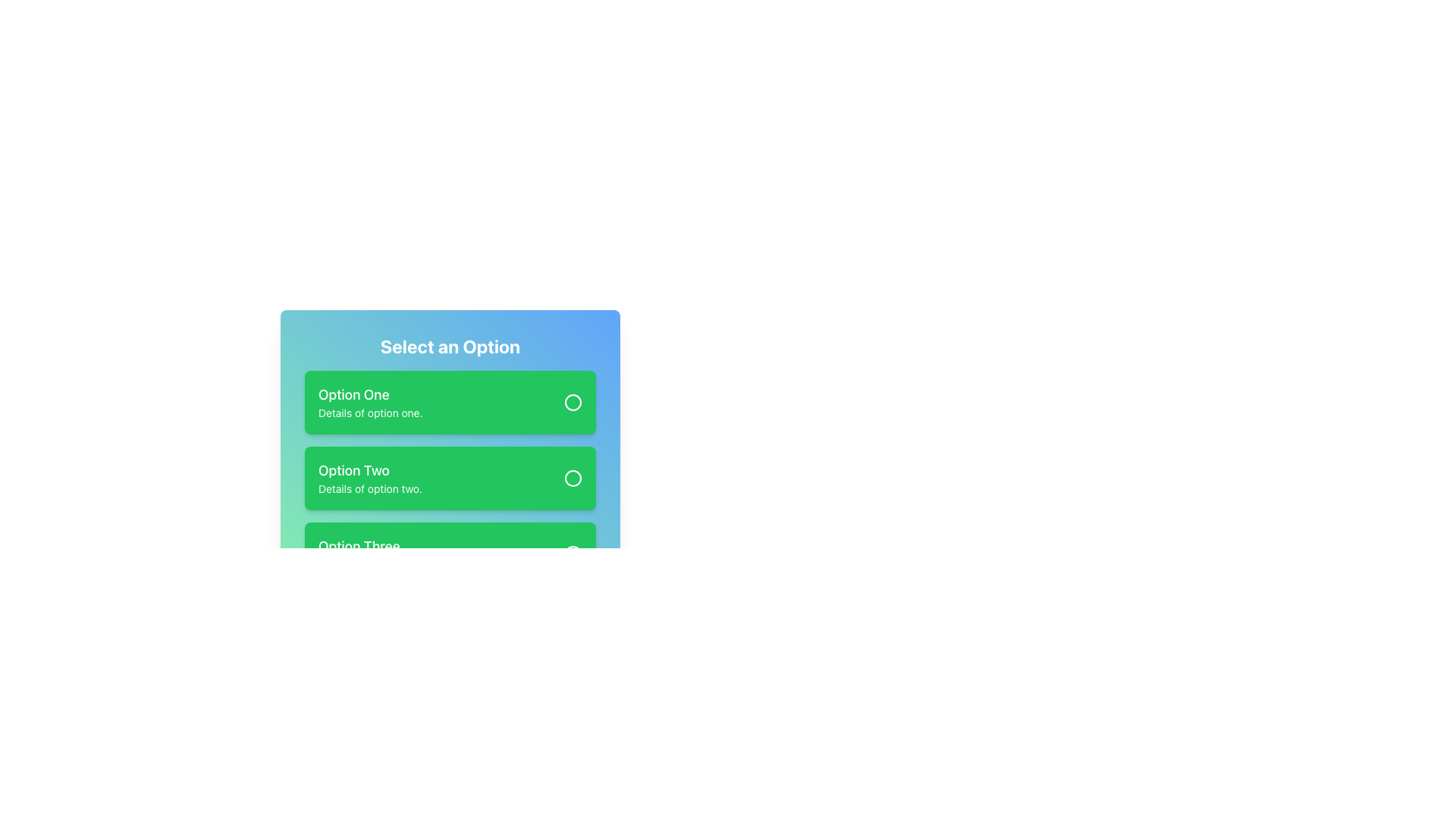 Image resolution: width=1456 pixels, height=819 pixels. What do you see at coordinates (450, 402) in the screenshot?
I see `the green rectangular button labeled 'Option One'` at bounding box center [450, 402].